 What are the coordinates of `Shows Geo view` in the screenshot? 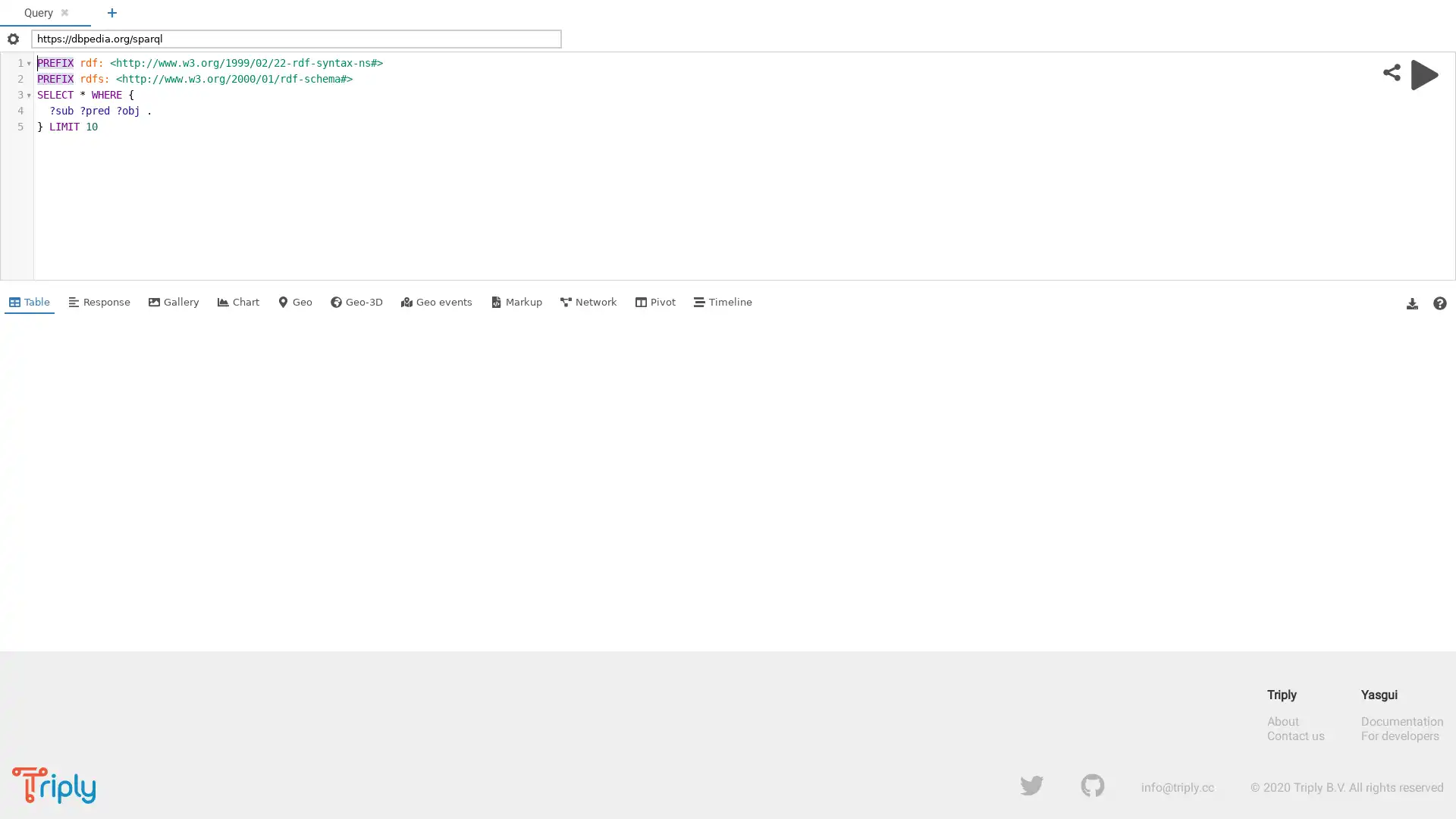 It's located at (294, 303).